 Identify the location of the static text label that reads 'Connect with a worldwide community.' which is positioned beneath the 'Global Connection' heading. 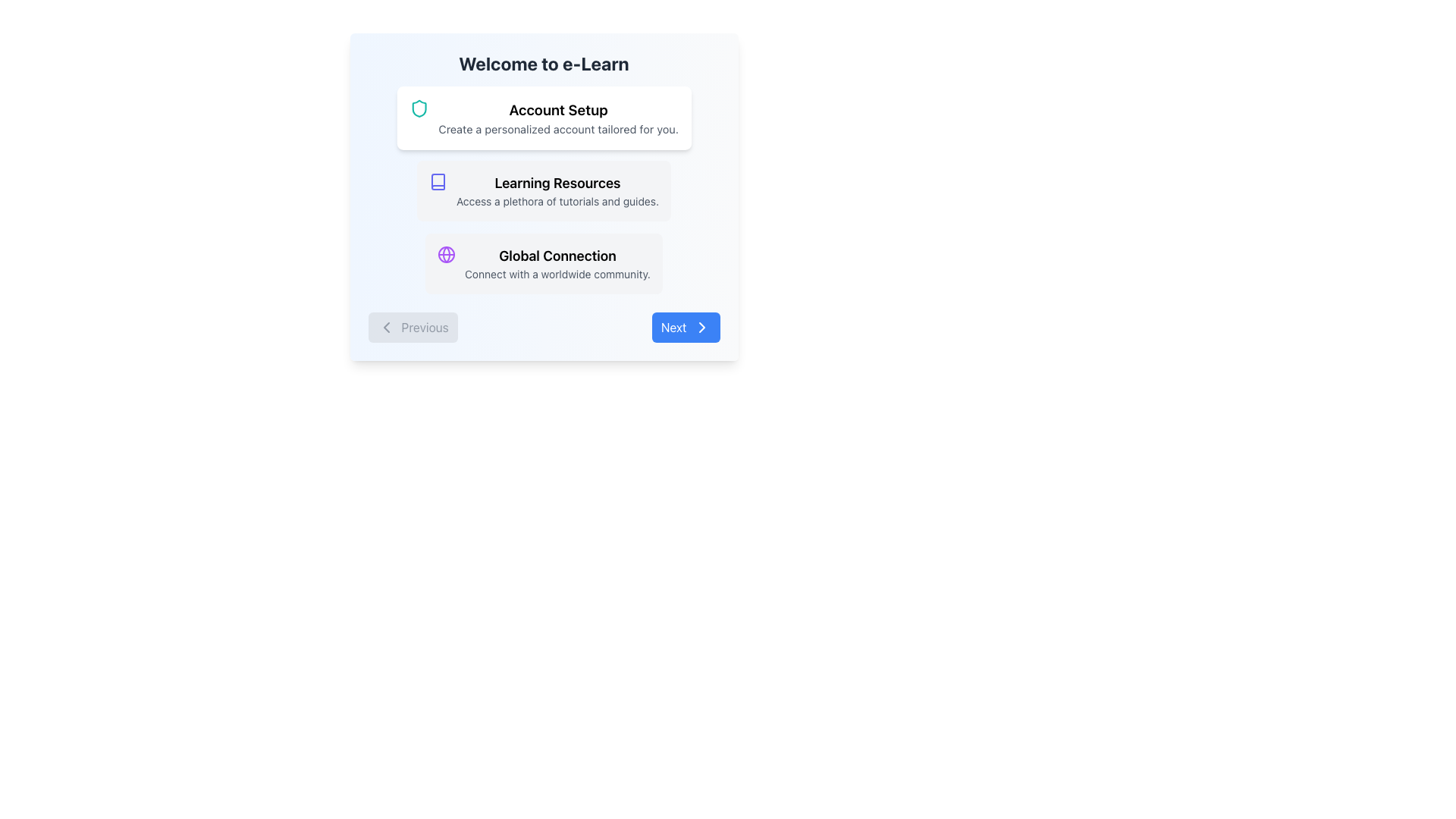
(557, 275).